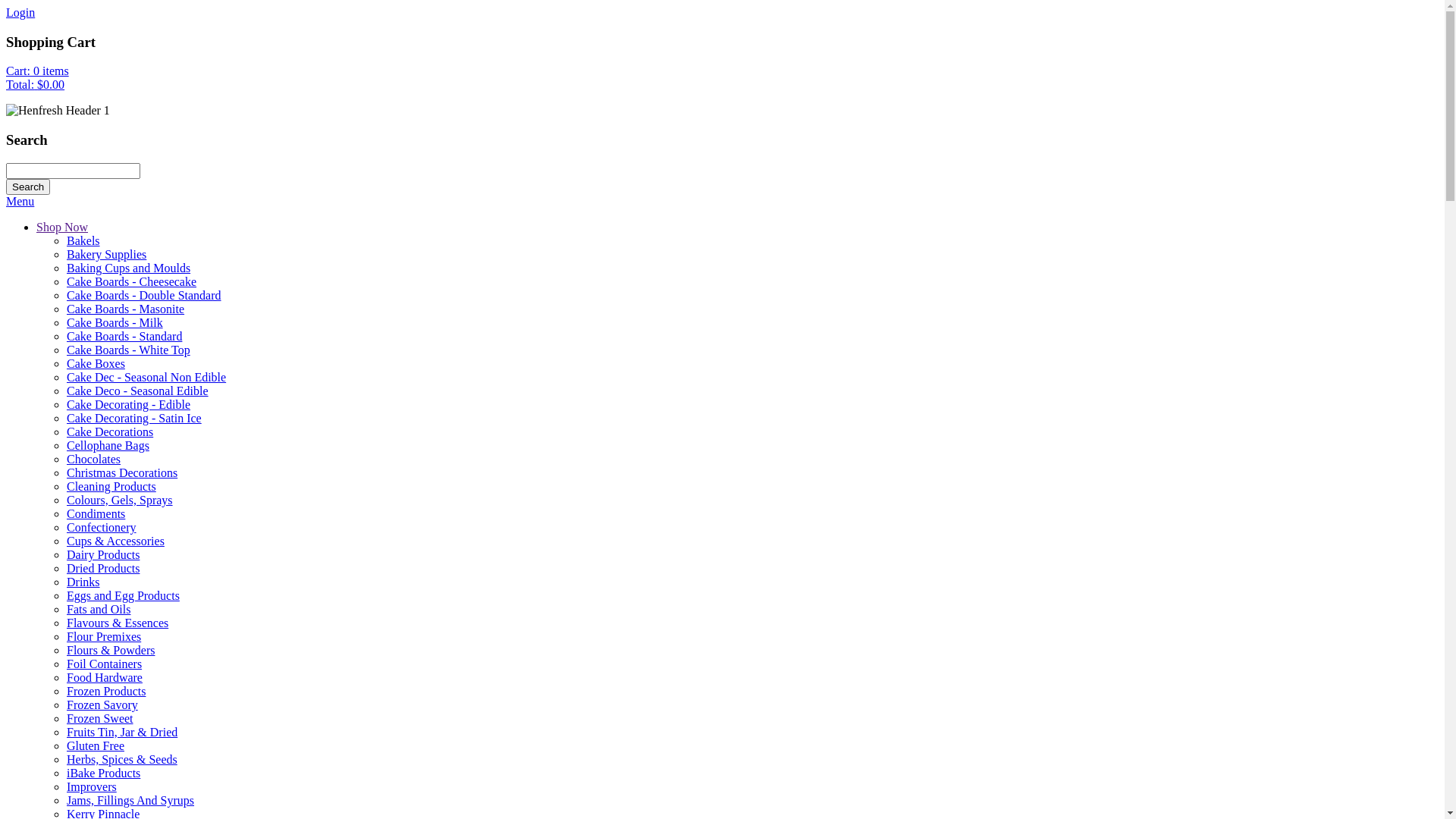 Image resolution: width=1456 pixels, height=819 pixels. Describe the element at coordinates (61, 227) in the screenshot. I see `'Shop Now'` at that location.